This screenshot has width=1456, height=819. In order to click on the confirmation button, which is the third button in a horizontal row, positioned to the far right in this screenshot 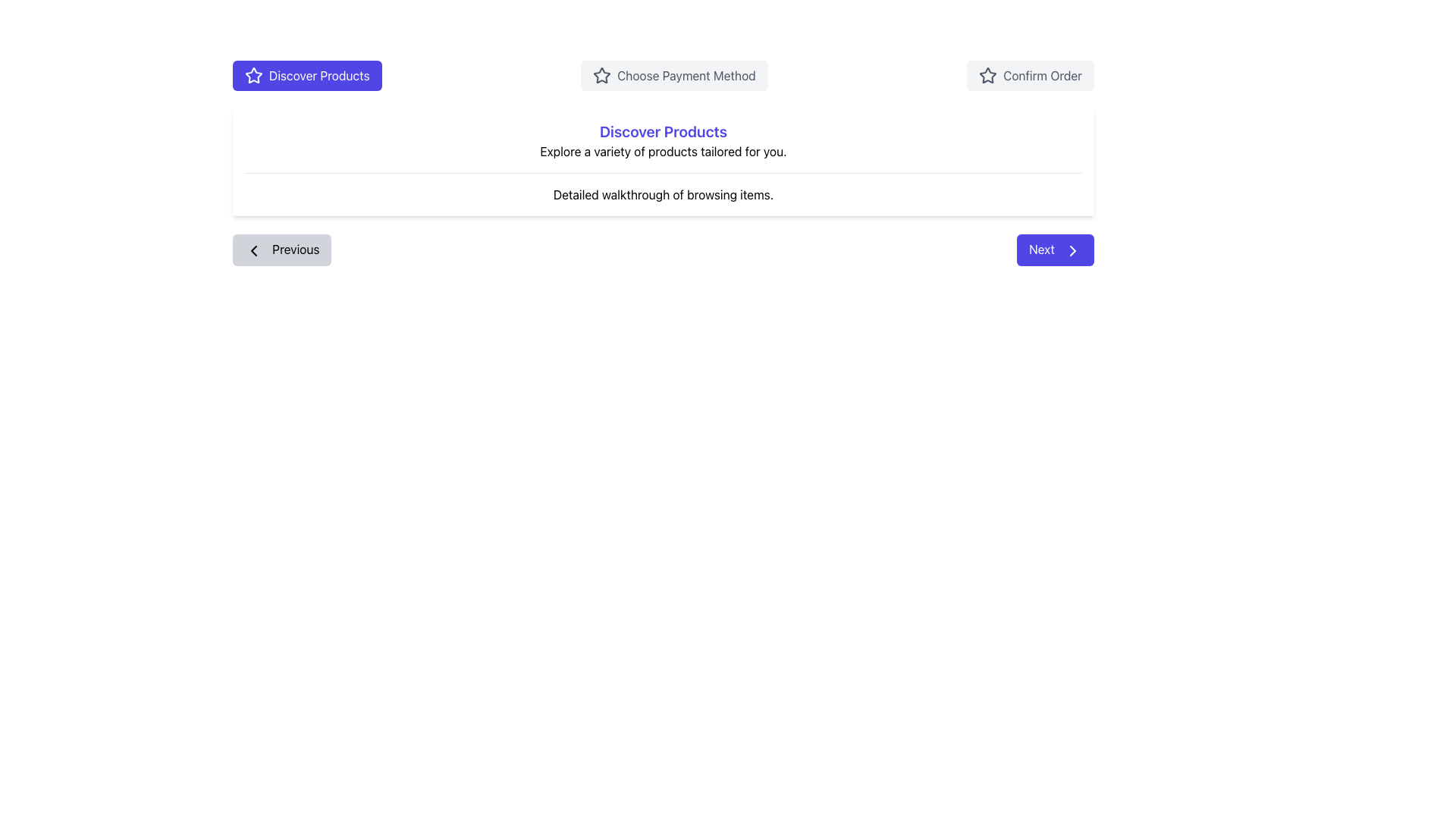, I will do `click(1030, 76)`.